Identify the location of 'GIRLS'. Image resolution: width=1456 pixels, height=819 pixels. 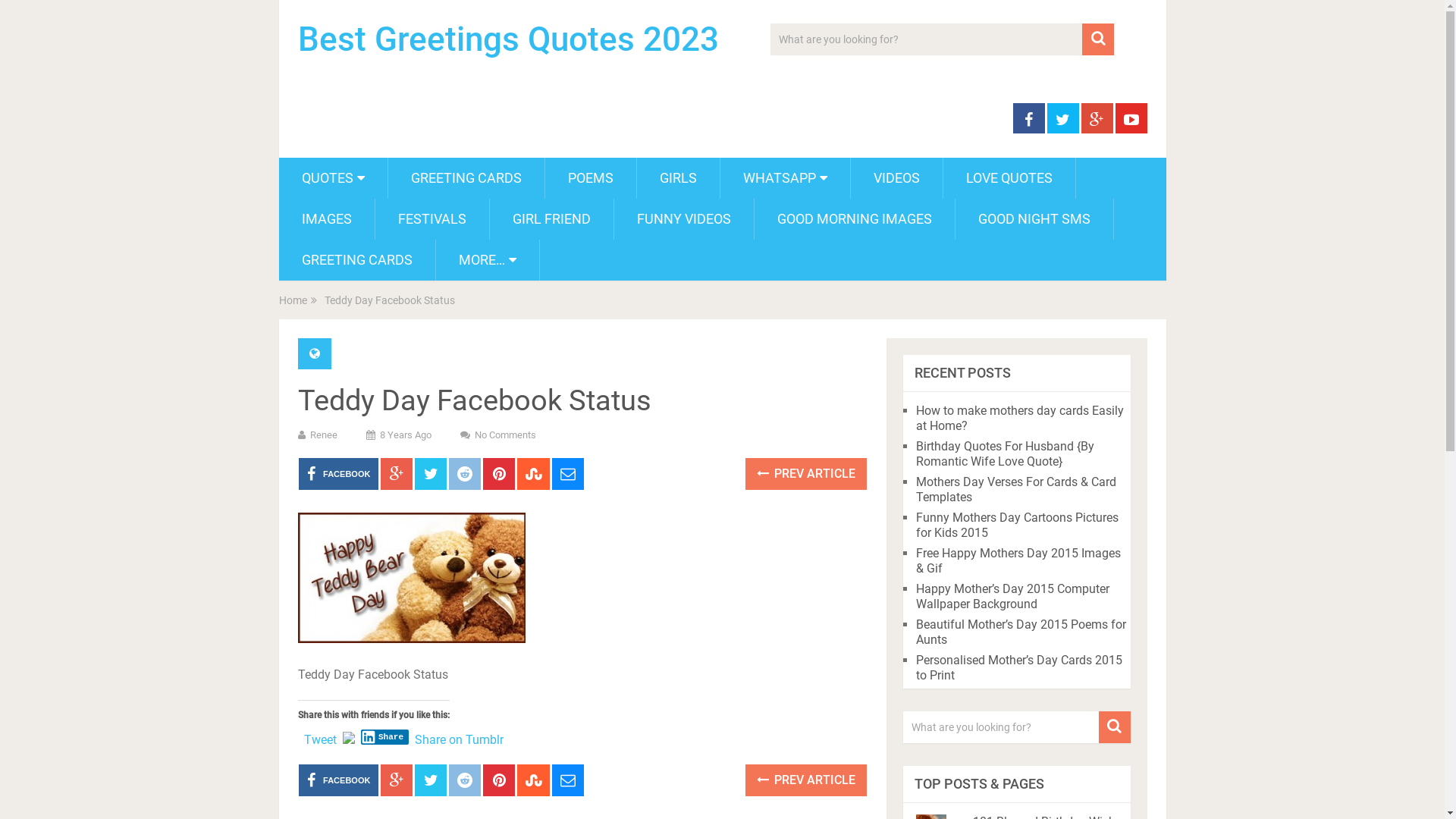
(677, 177).